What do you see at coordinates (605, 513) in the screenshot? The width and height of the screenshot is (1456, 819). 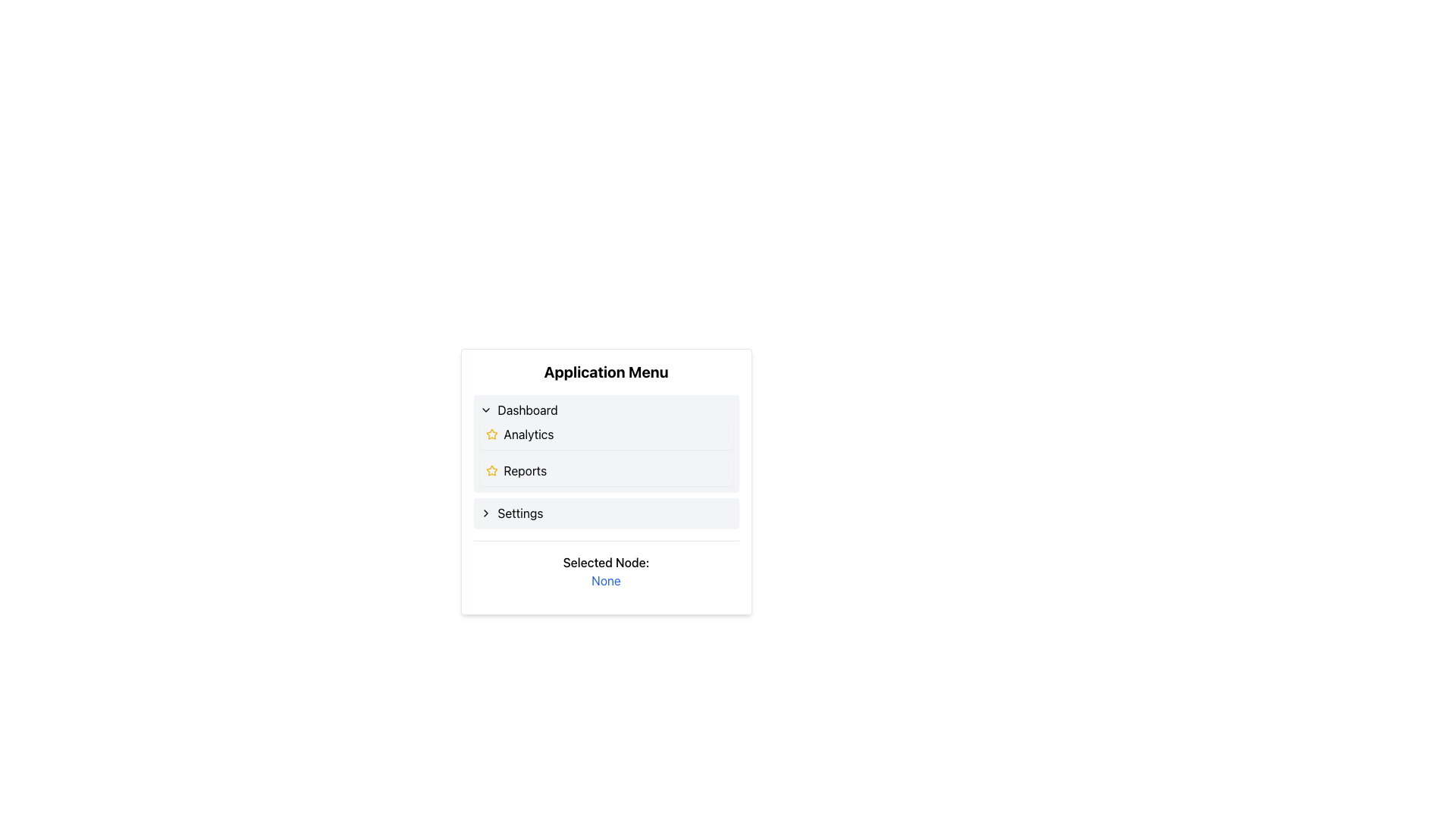 I see `the bottom navigation button in the application menu to trigger its hover effect` at bounding box center [605, 513].